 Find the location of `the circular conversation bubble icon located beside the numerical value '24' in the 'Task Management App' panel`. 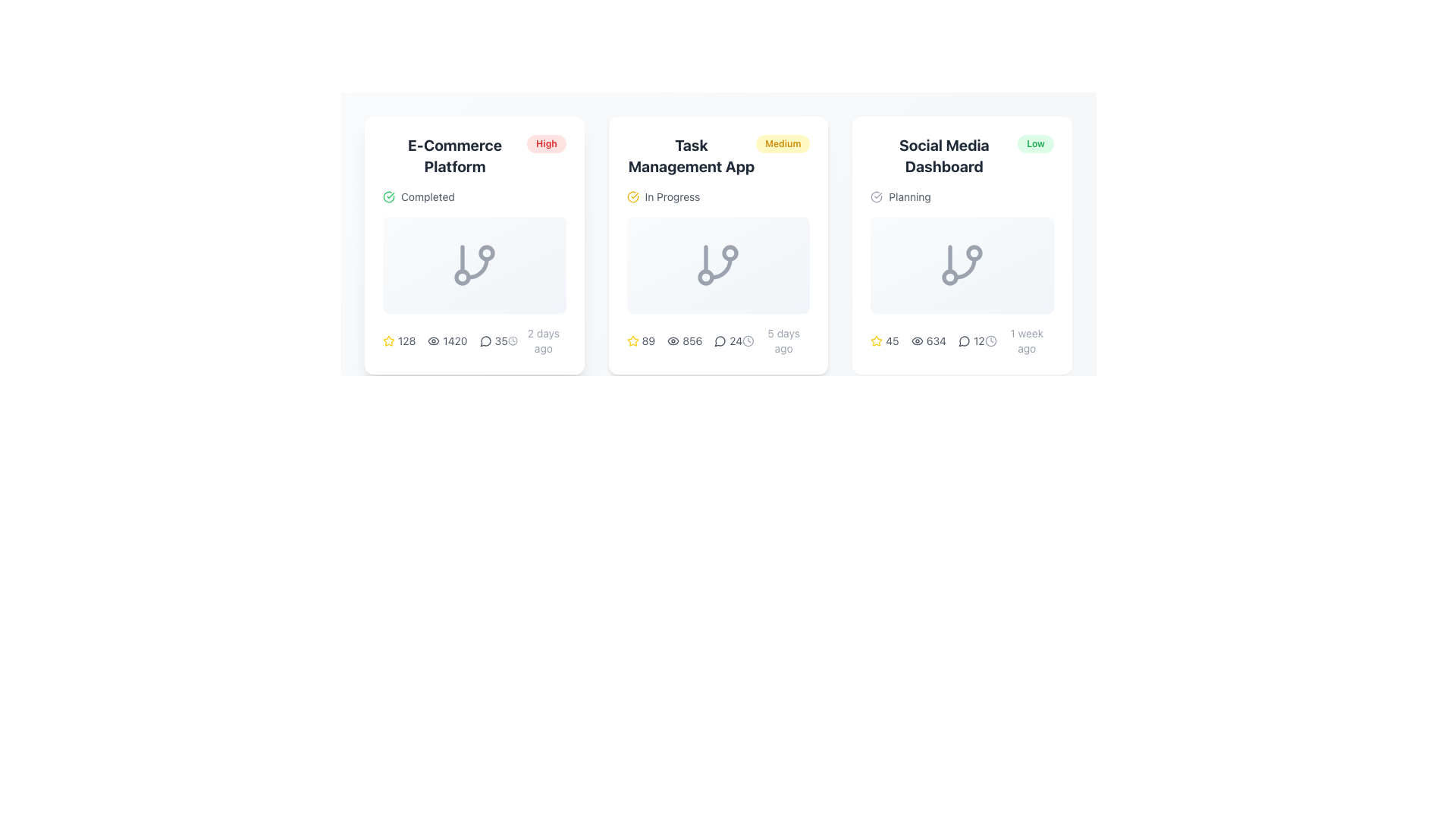

the circular conversation bubble icon located beside the numerical value '24' in the 'Task Management App' panel is located at coordinates (720, 341).